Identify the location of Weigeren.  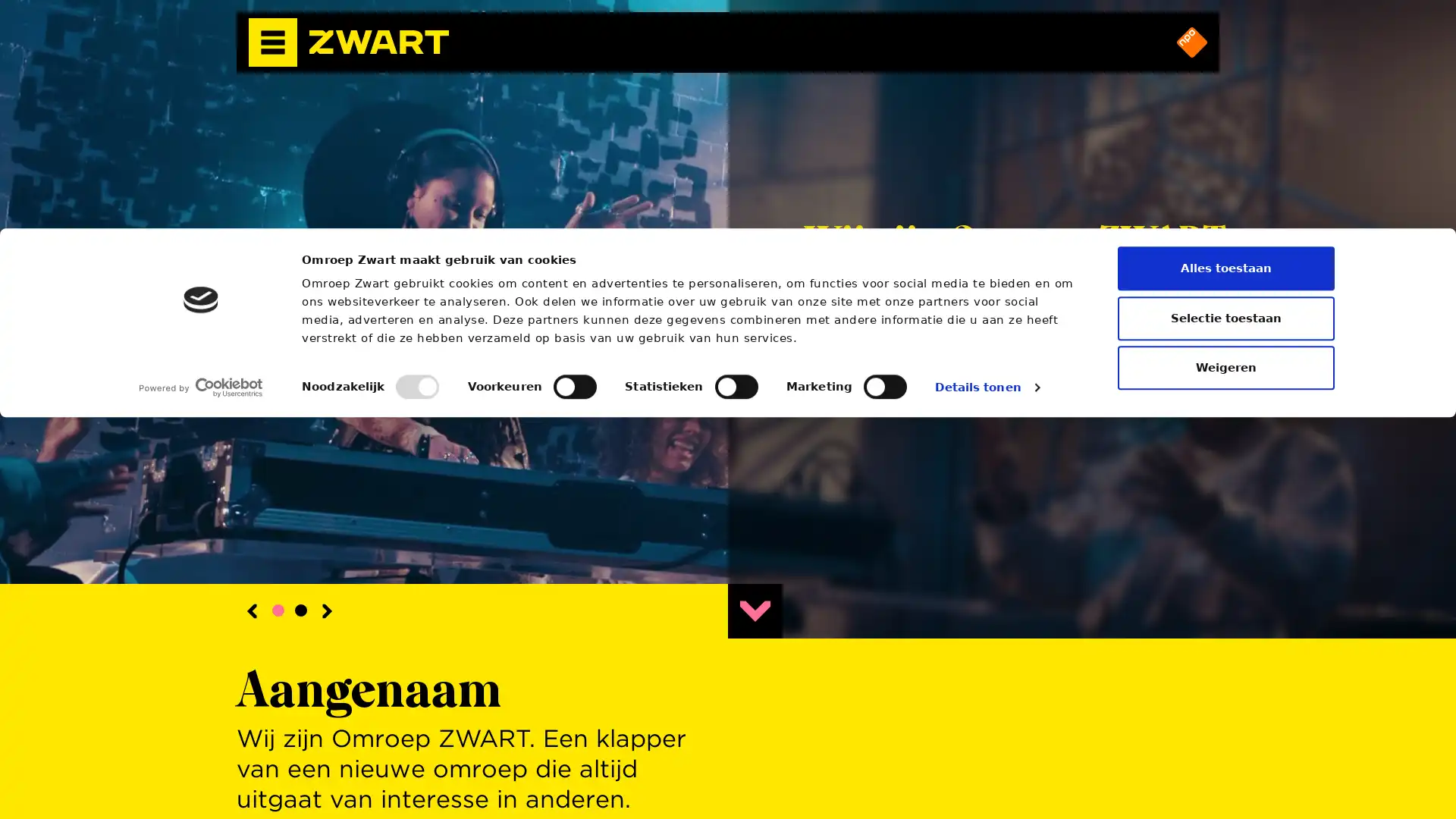
(1226, 769).